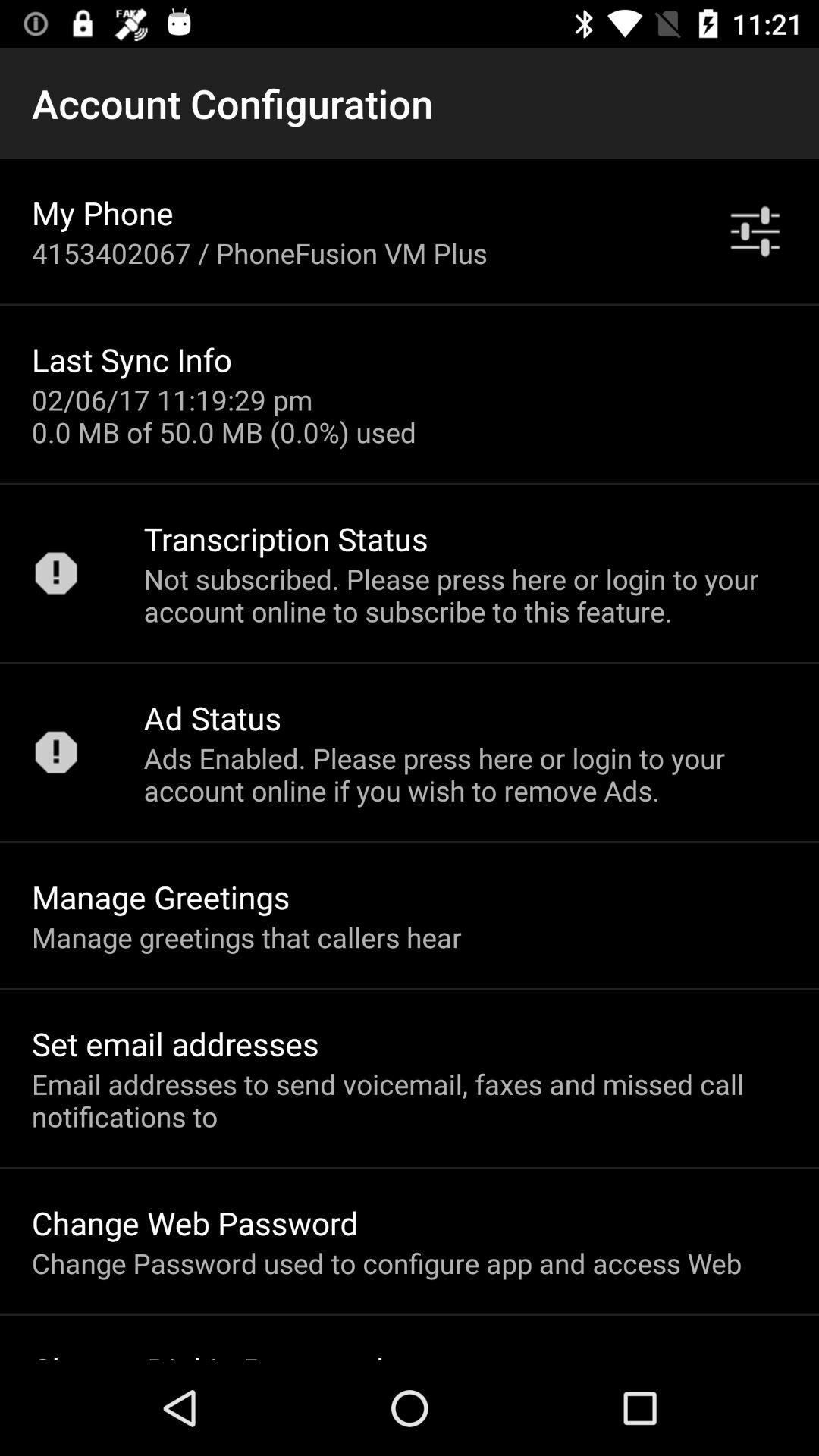 This screenshot has width=819, height=1456. What do you see at coordinates (208, 1354) in the screenshot?
I see `the change dial in` at bounding box center [208, 1354].